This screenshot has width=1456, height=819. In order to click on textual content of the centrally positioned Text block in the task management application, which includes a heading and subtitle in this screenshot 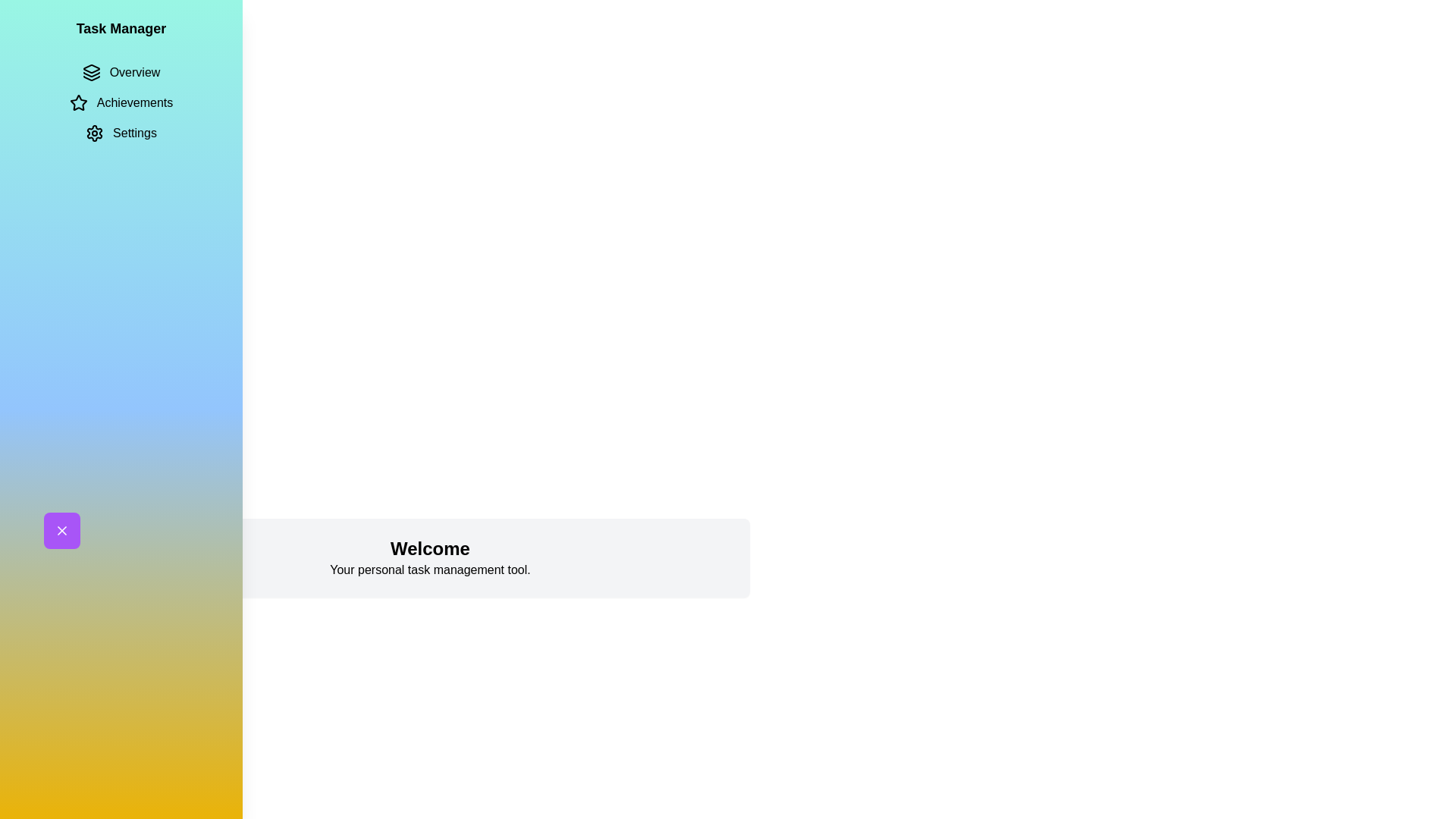, I will do `click(429, 558)`.